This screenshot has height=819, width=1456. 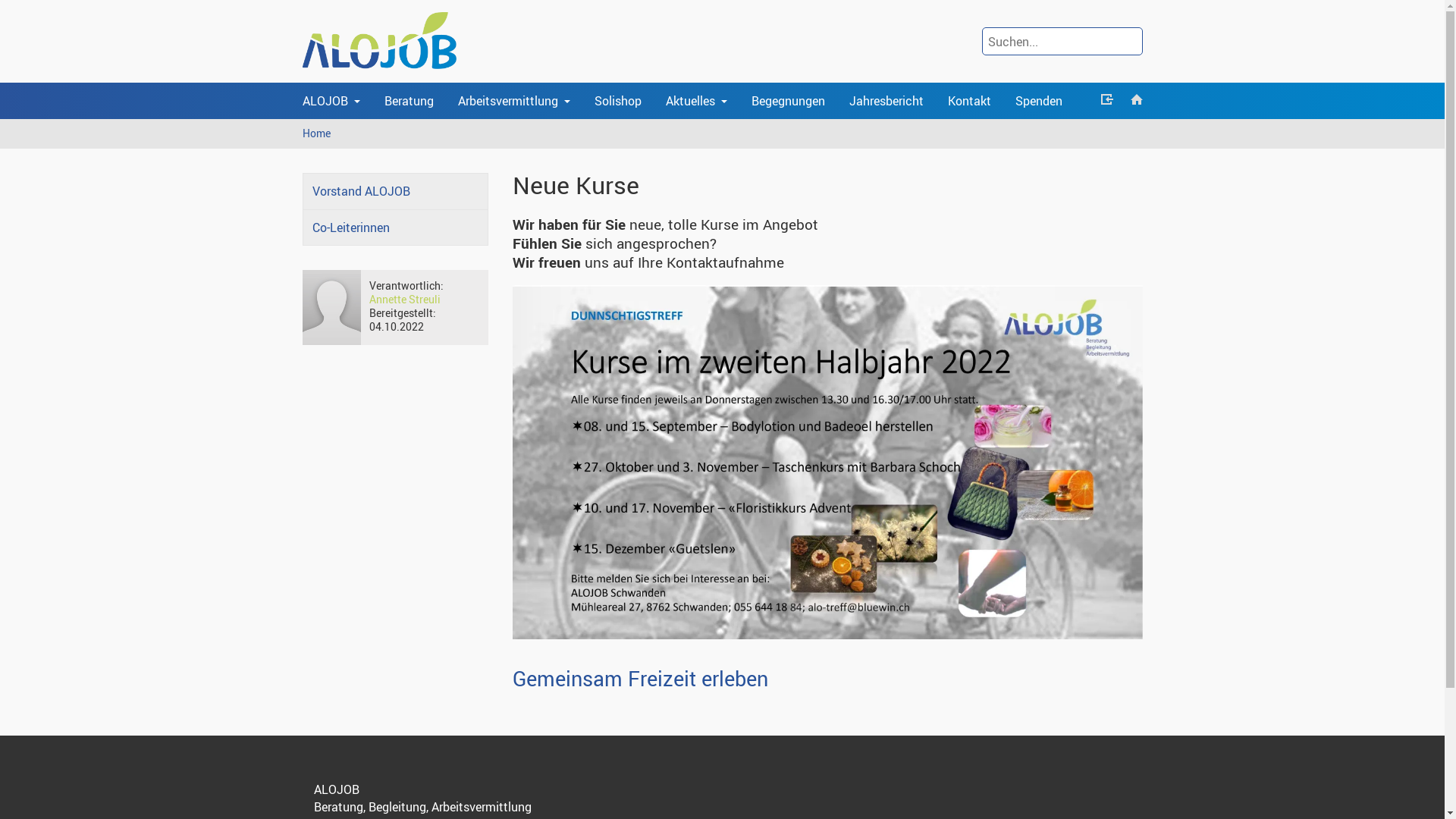 I want to click on 'Jahresbericht', so click(x=886, y=100).